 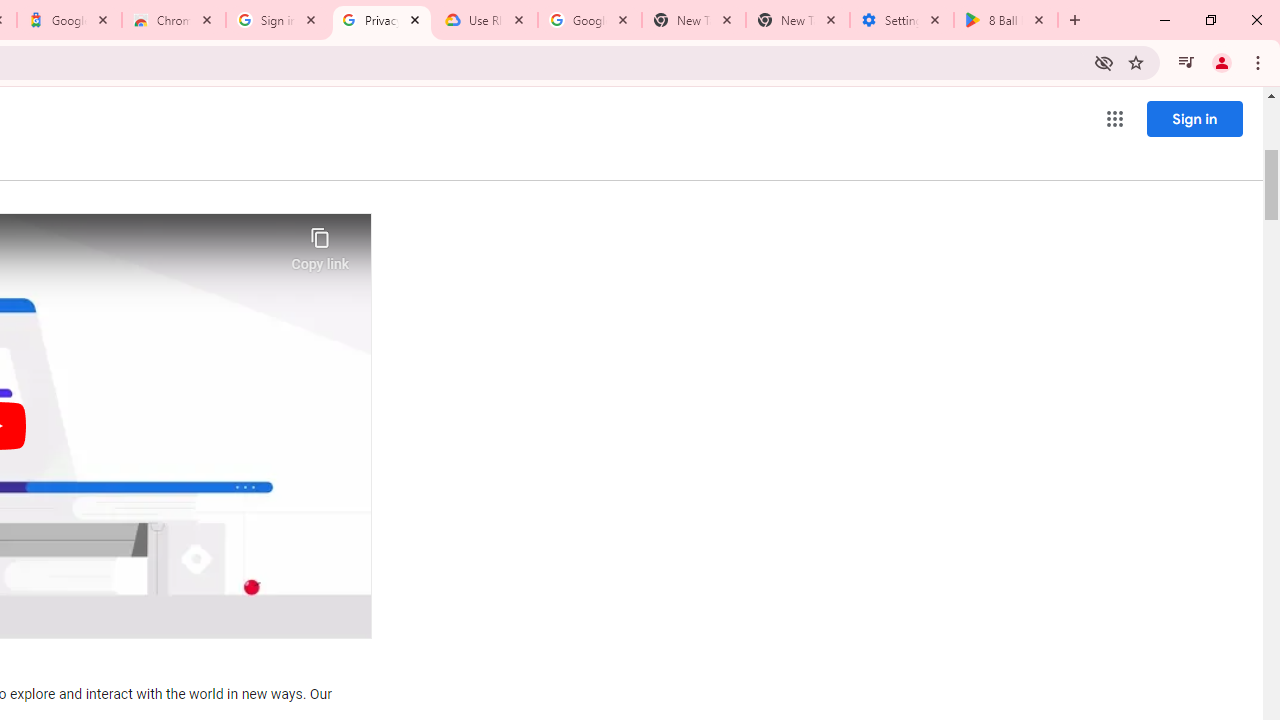 What do you see at coordinates (1185, 61) in the screenshot?
I see `'Control your music, videos, and more'` at bounding box center [1185, 61].